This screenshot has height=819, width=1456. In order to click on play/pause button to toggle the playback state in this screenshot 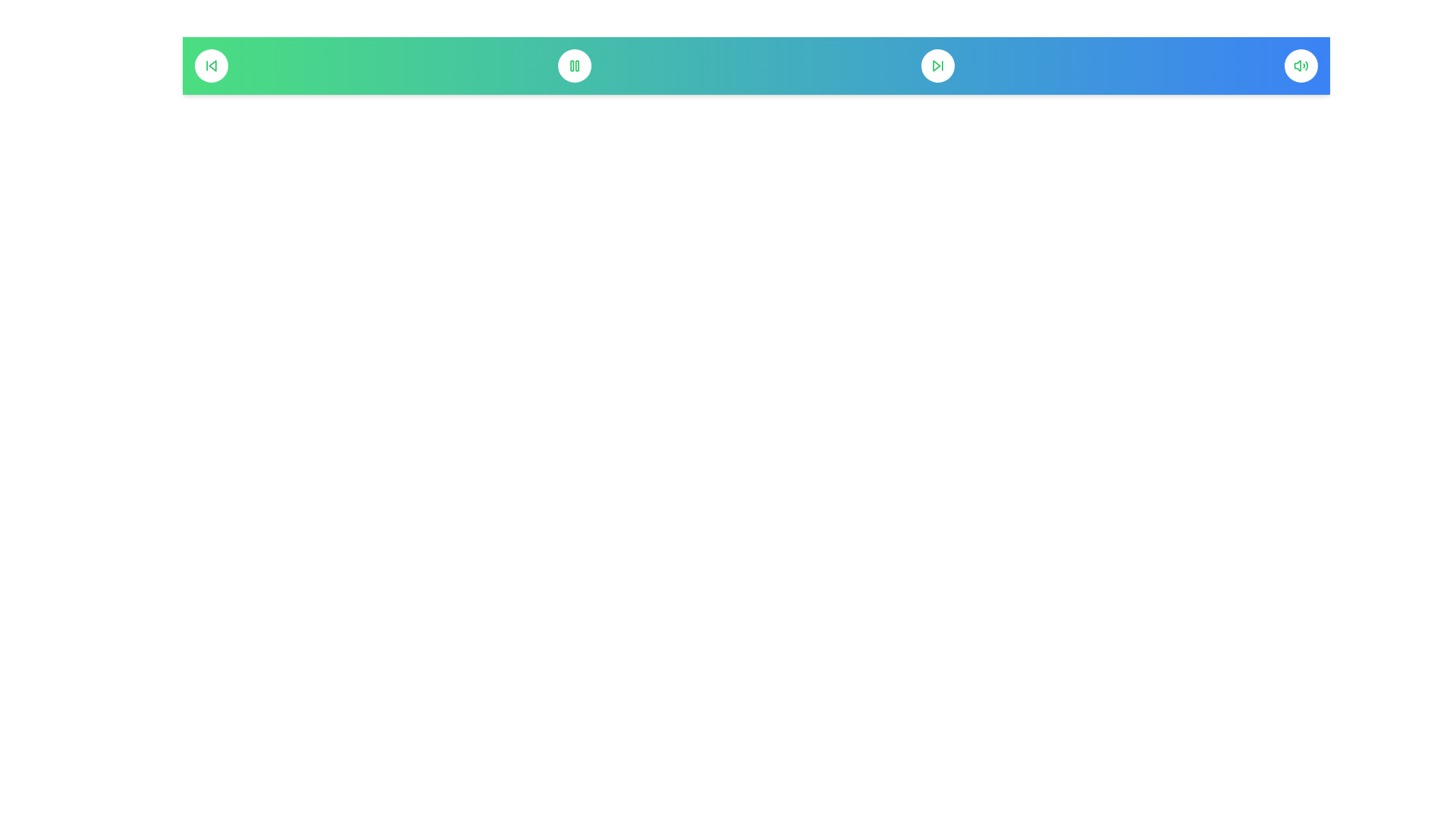, I will do `click(574, 65)`.